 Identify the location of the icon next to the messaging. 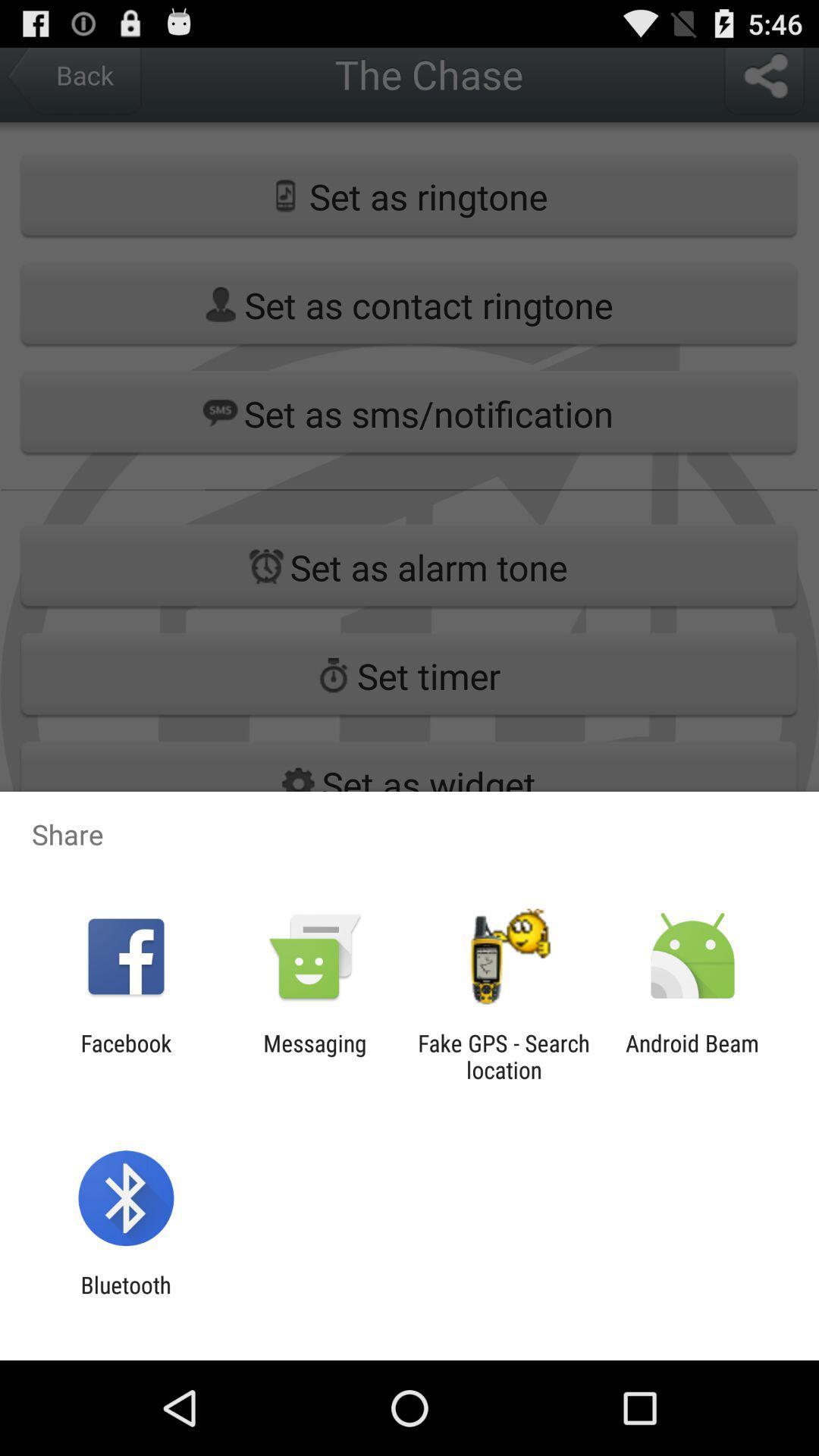
(125, 1056).